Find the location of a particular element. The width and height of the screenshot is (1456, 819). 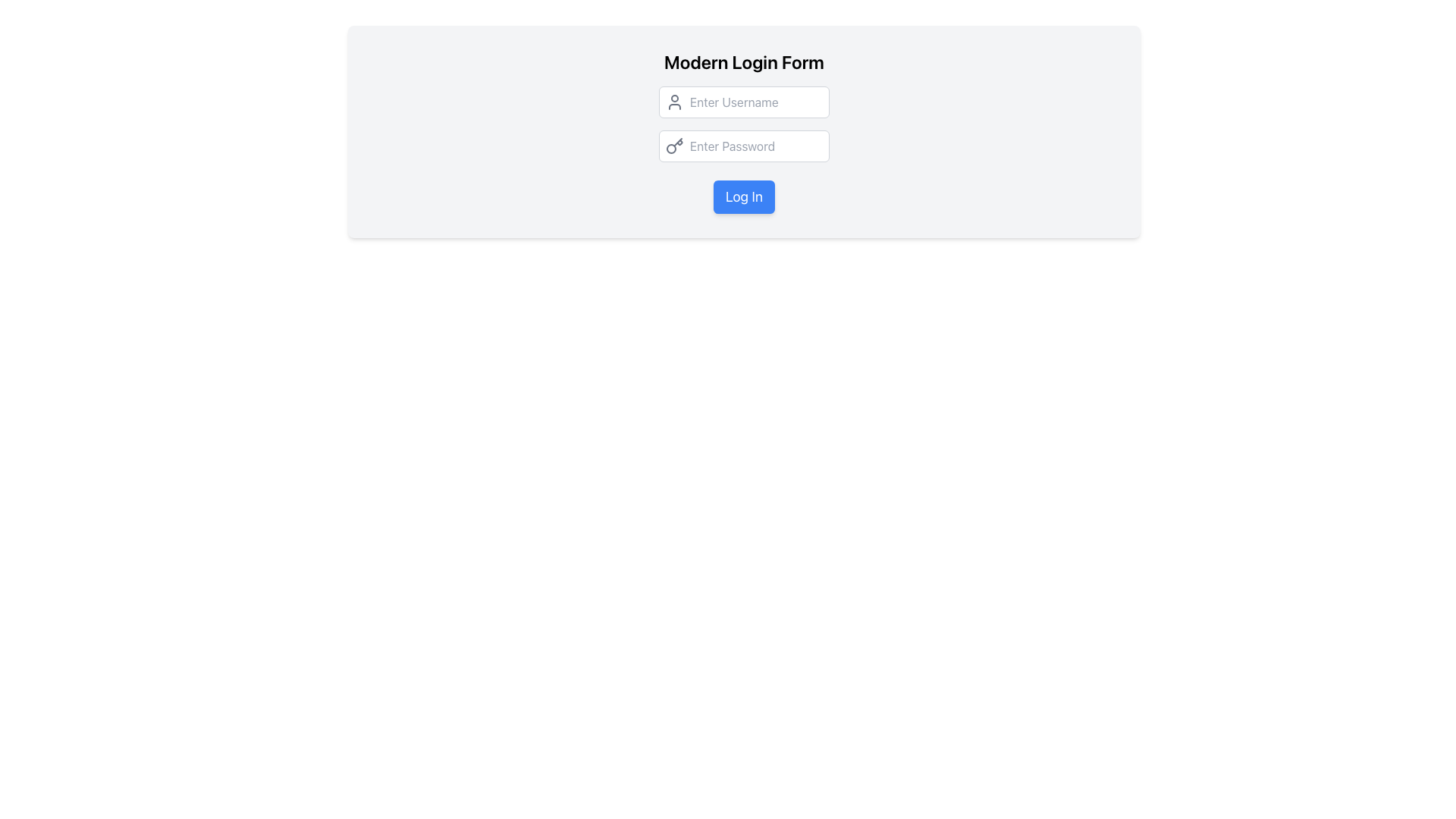

the icon that visually represents the username input field, located to the left of the 'Enter Username' text input box is located at coordinates (673, 102).